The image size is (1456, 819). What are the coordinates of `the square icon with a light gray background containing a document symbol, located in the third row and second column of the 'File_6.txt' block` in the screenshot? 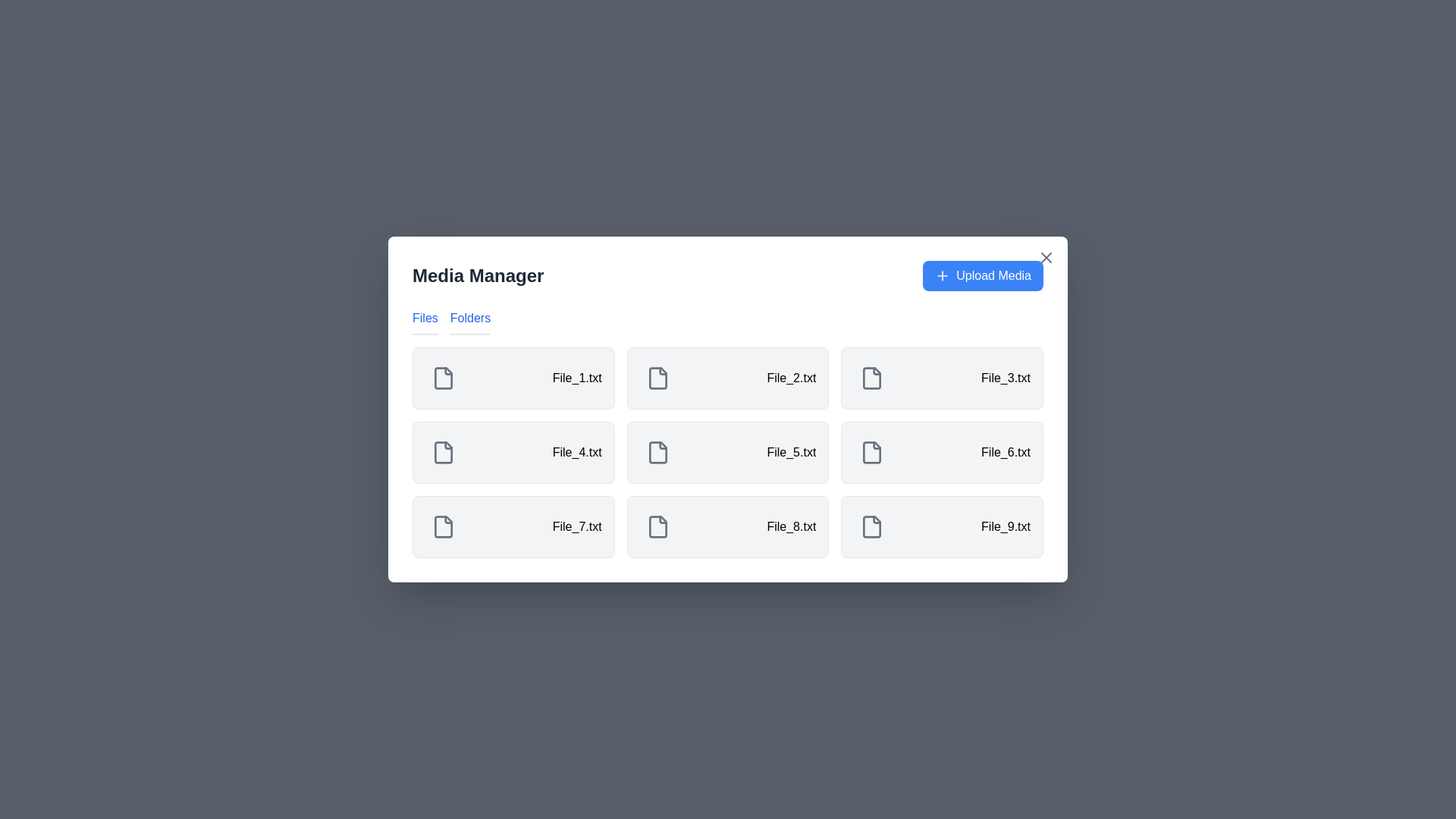 It's located at (872, 452).